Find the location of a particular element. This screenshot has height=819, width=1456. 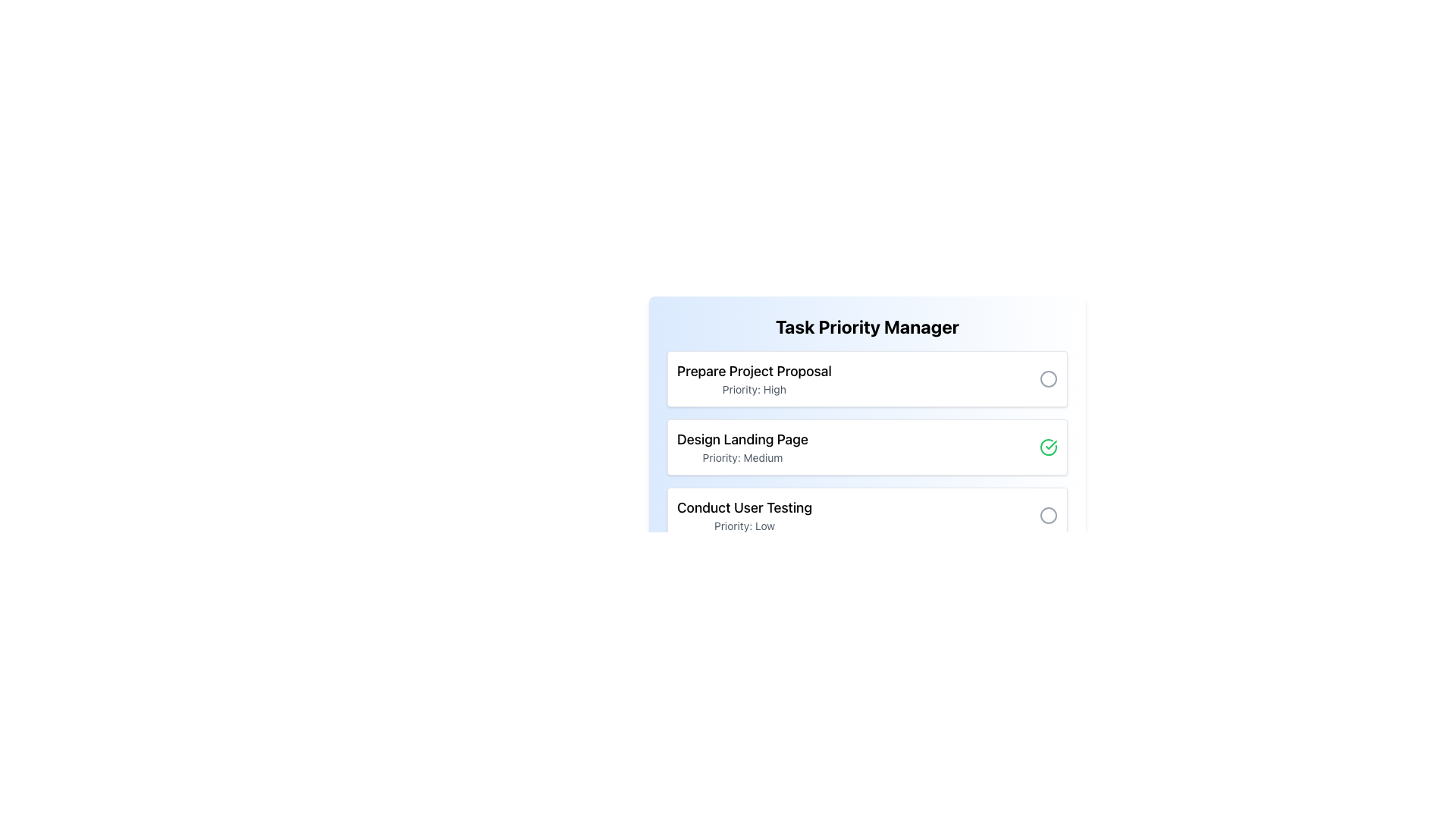

the text label displaying 'Prepare Project Proposal', which is located at the top of the grouped task list in the Task Priority Manager is located at coordinates (754, 371).